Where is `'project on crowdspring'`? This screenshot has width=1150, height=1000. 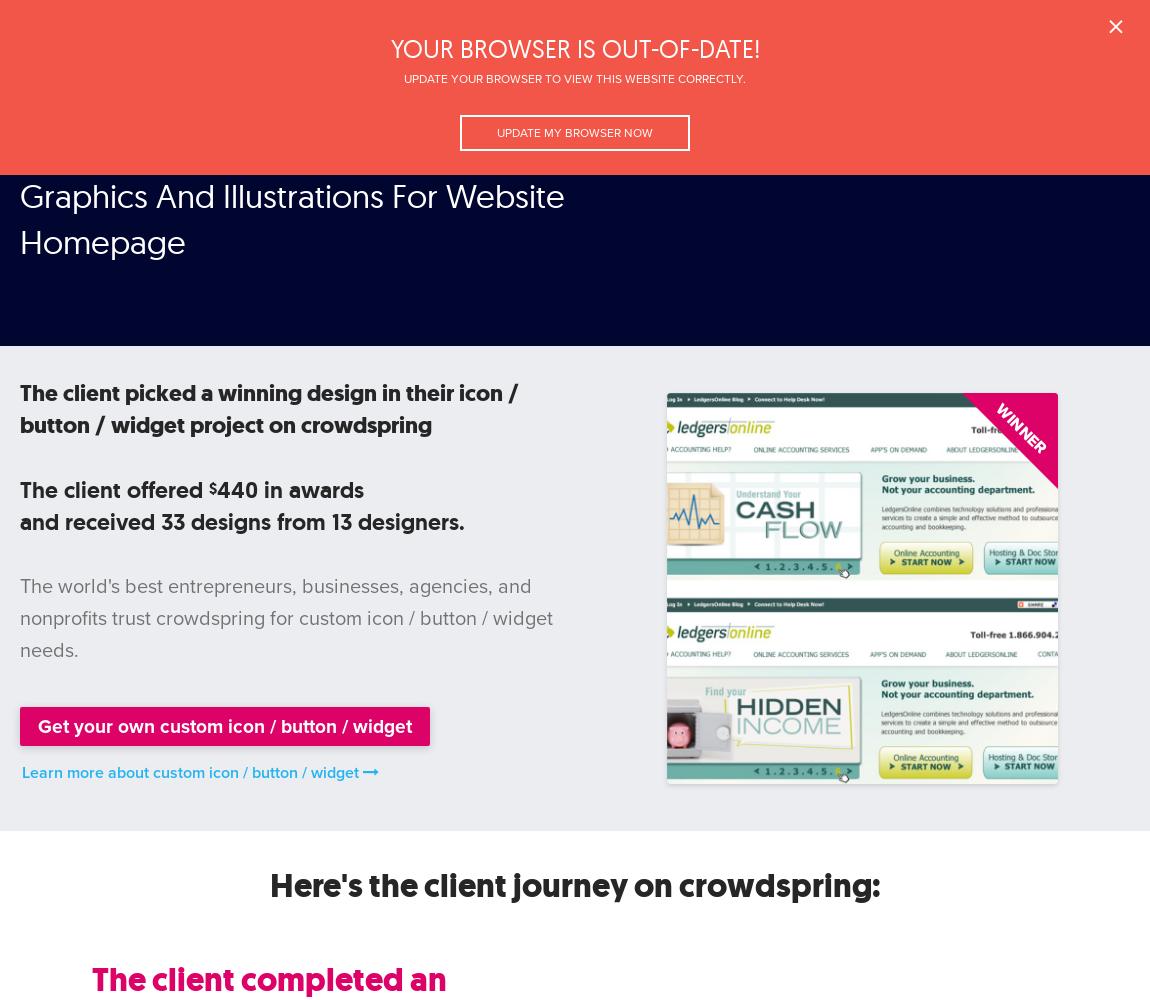 'project on crowdspring' is located at coordinates (184, 424).